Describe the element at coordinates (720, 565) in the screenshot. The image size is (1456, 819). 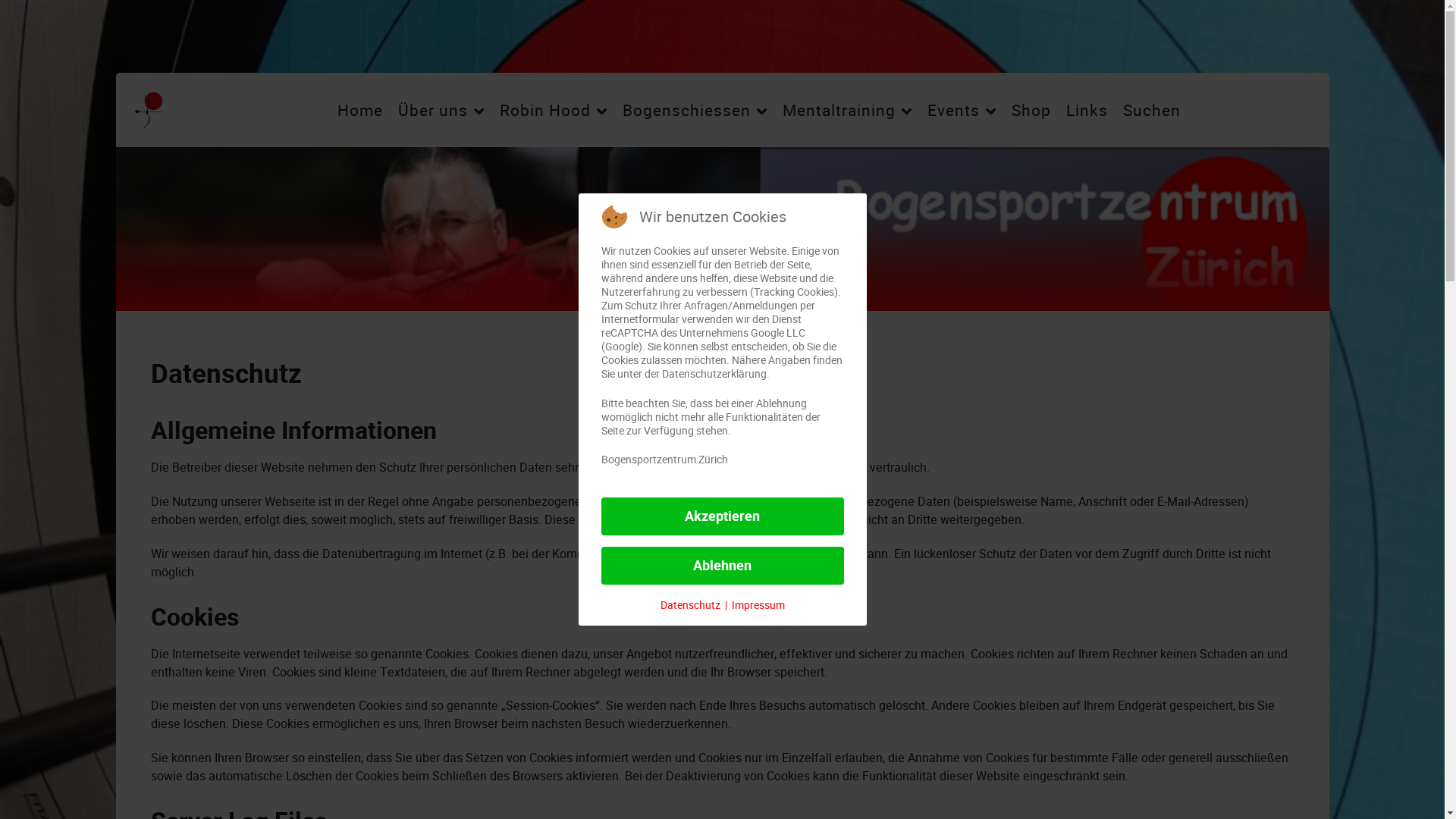
I see `'Ablehnen'` at that location.